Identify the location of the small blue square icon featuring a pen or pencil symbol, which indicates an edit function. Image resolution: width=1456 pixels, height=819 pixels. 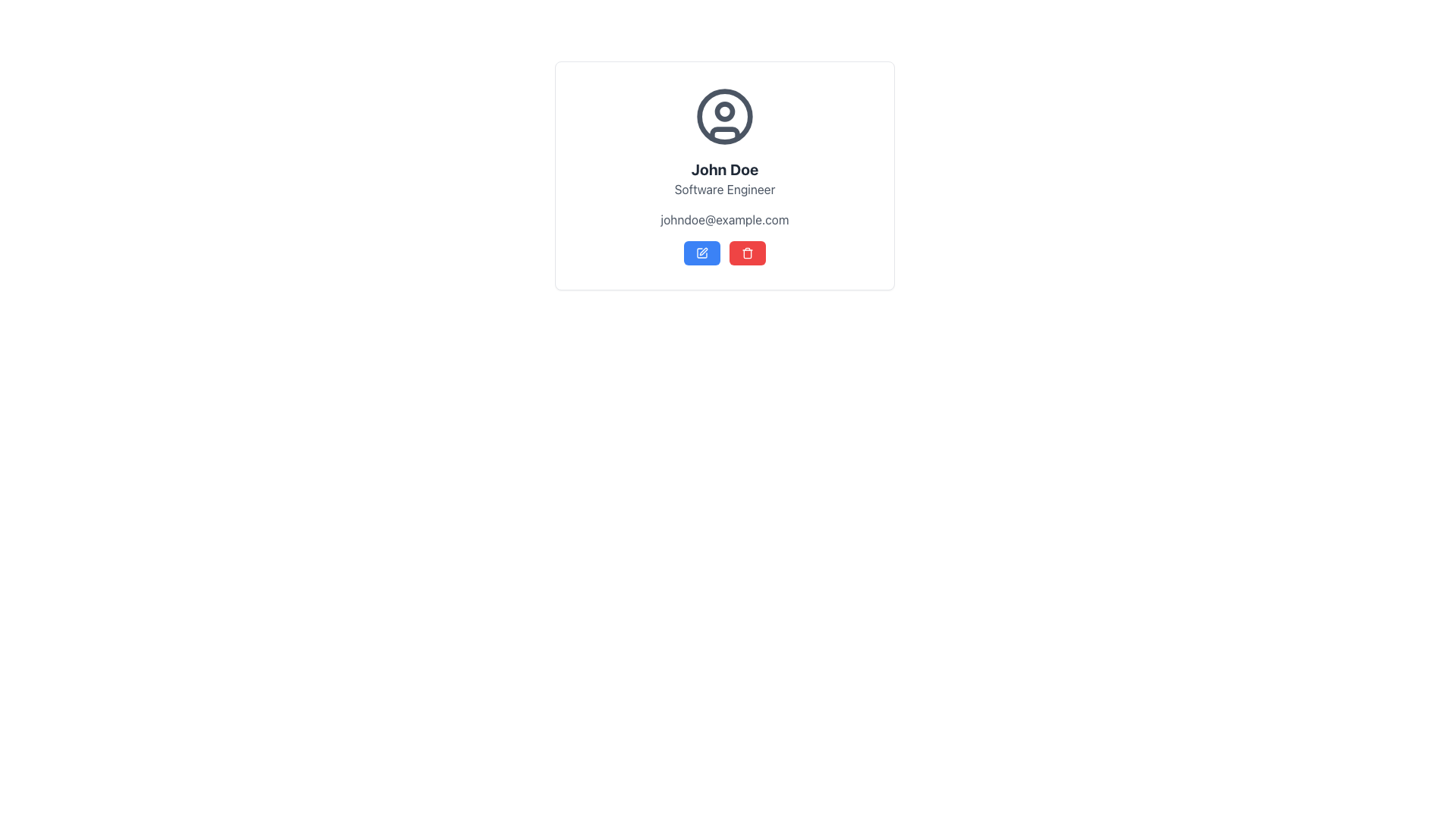
(701, 253).